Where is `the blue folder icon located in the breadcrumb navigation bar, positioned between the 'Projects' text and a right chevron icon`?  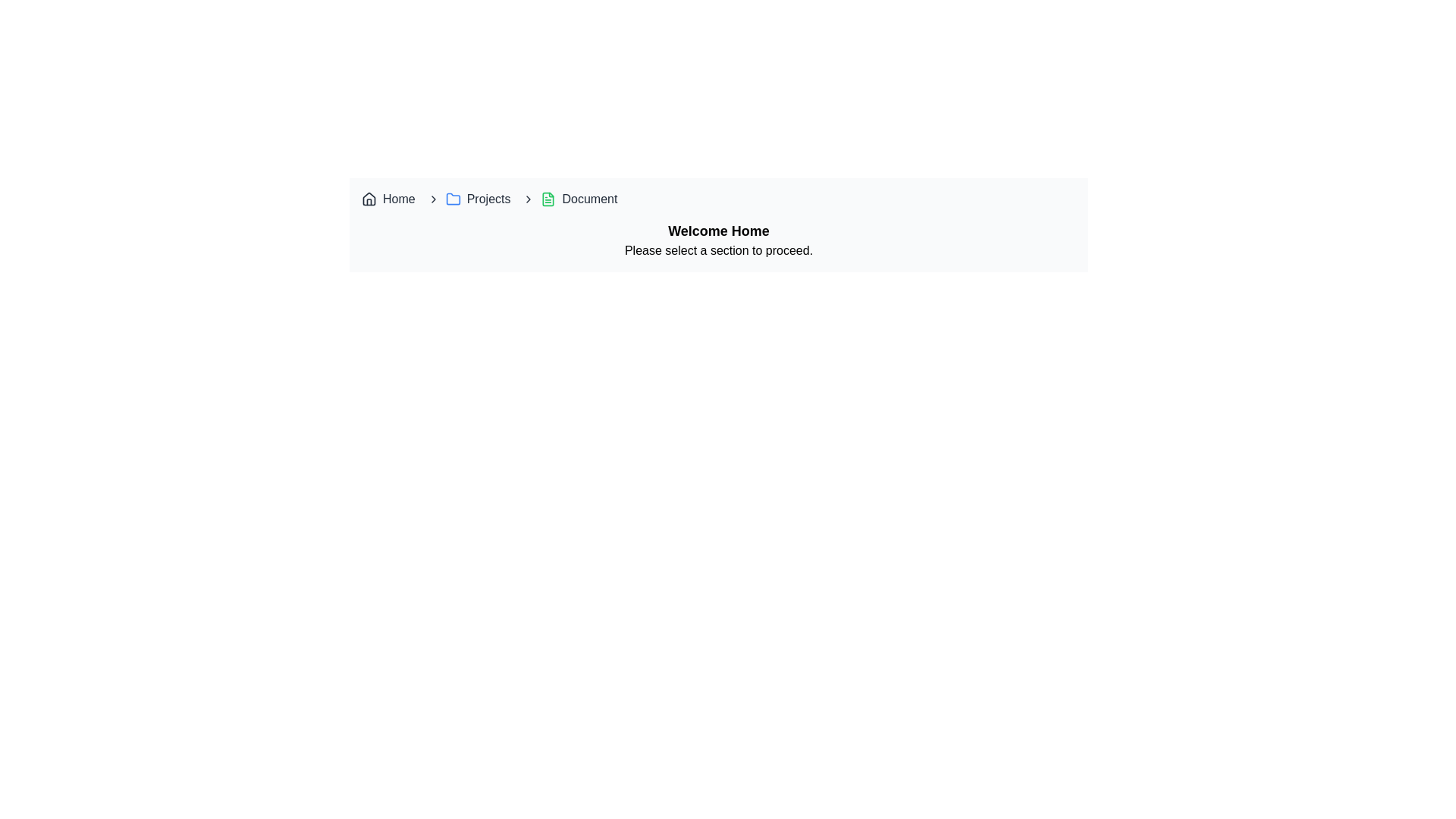
the blue folder icon located in the breadcrumb navigation bar, positioned between the 'Projects' text and a right chevron icon is located at coordinates (452, 198).